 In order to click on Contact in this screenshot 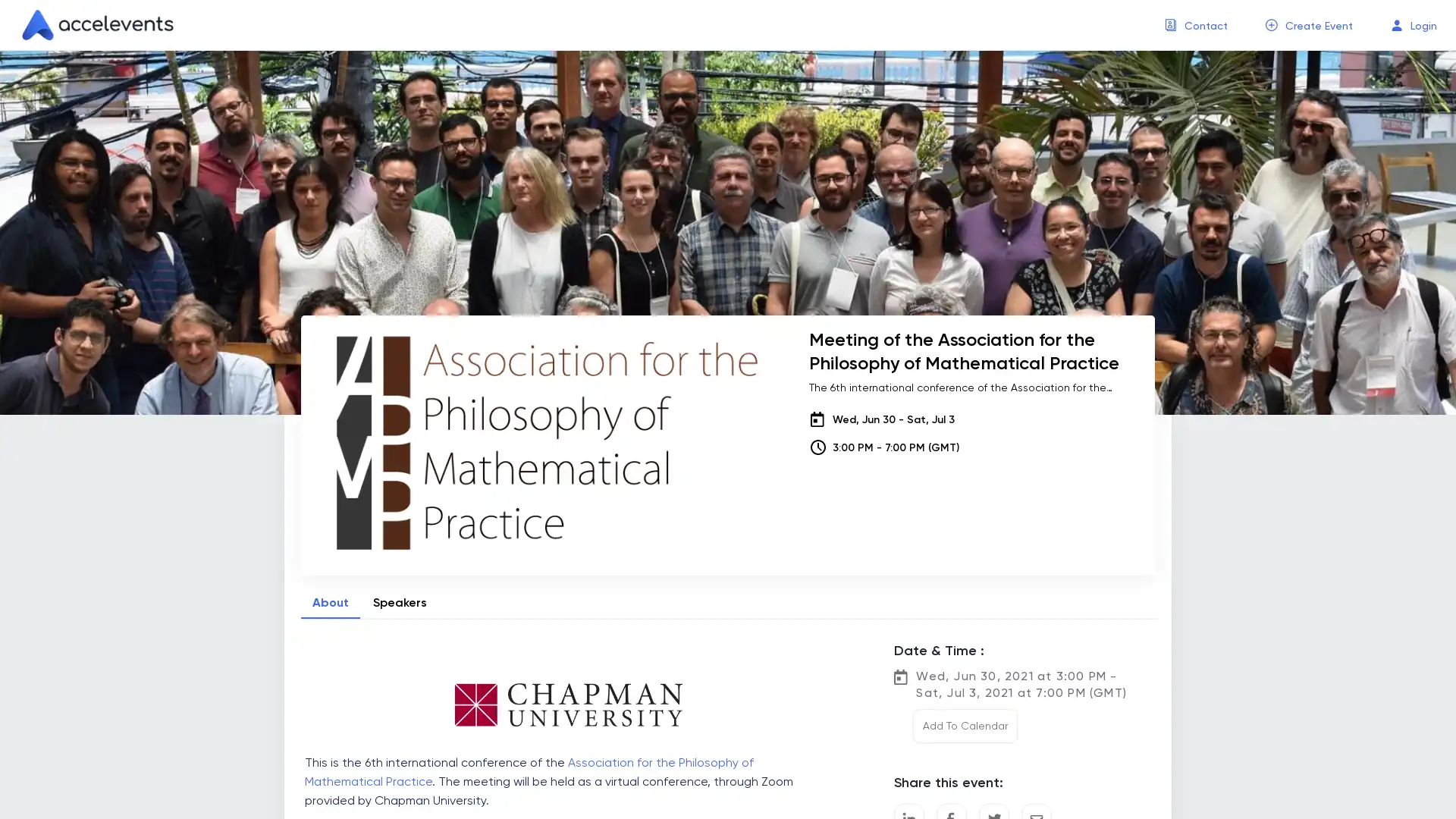, I will do `click(1205, 26)`.